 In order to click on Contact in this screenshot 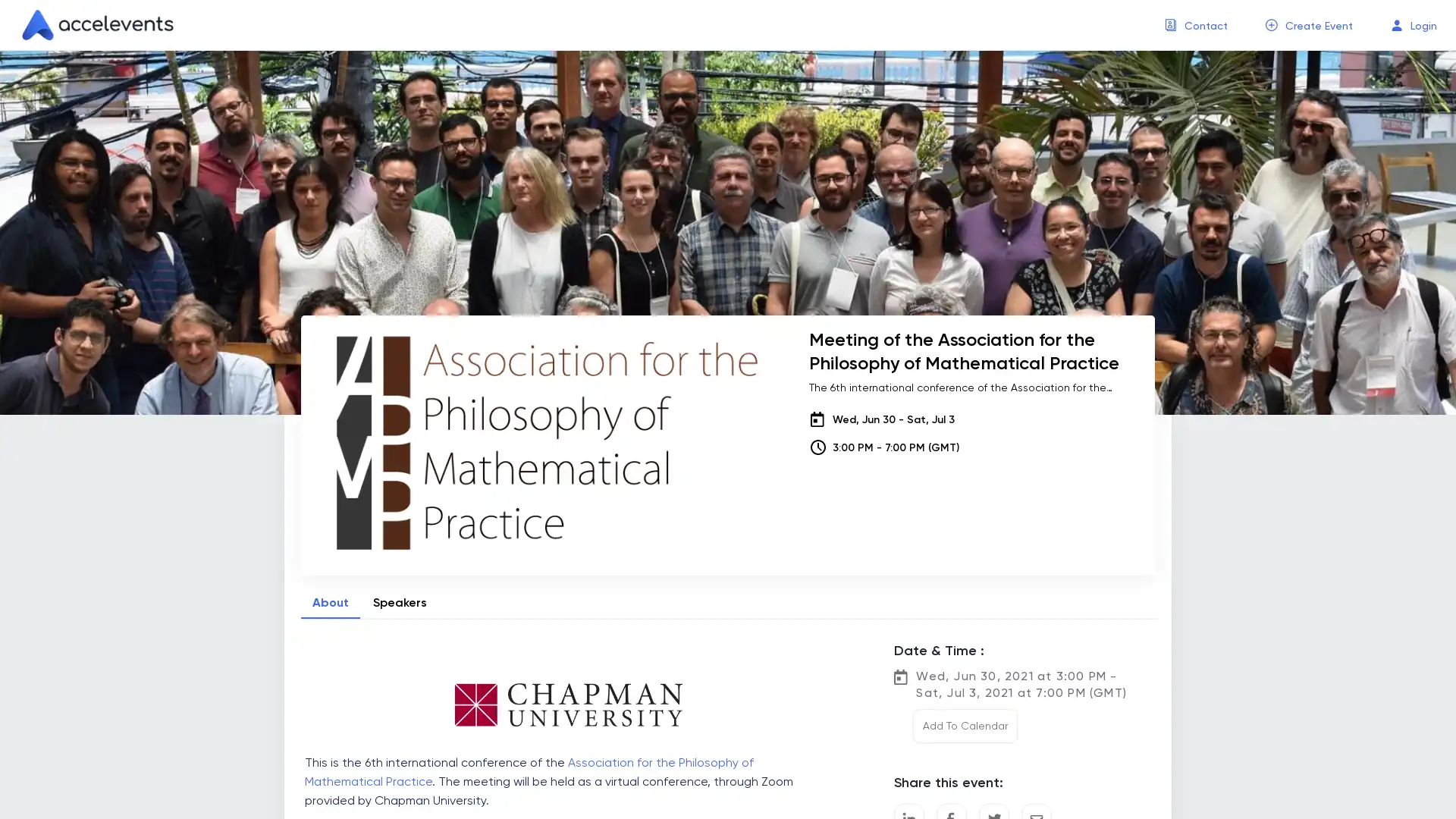, I will do `click(1205, 26)`.